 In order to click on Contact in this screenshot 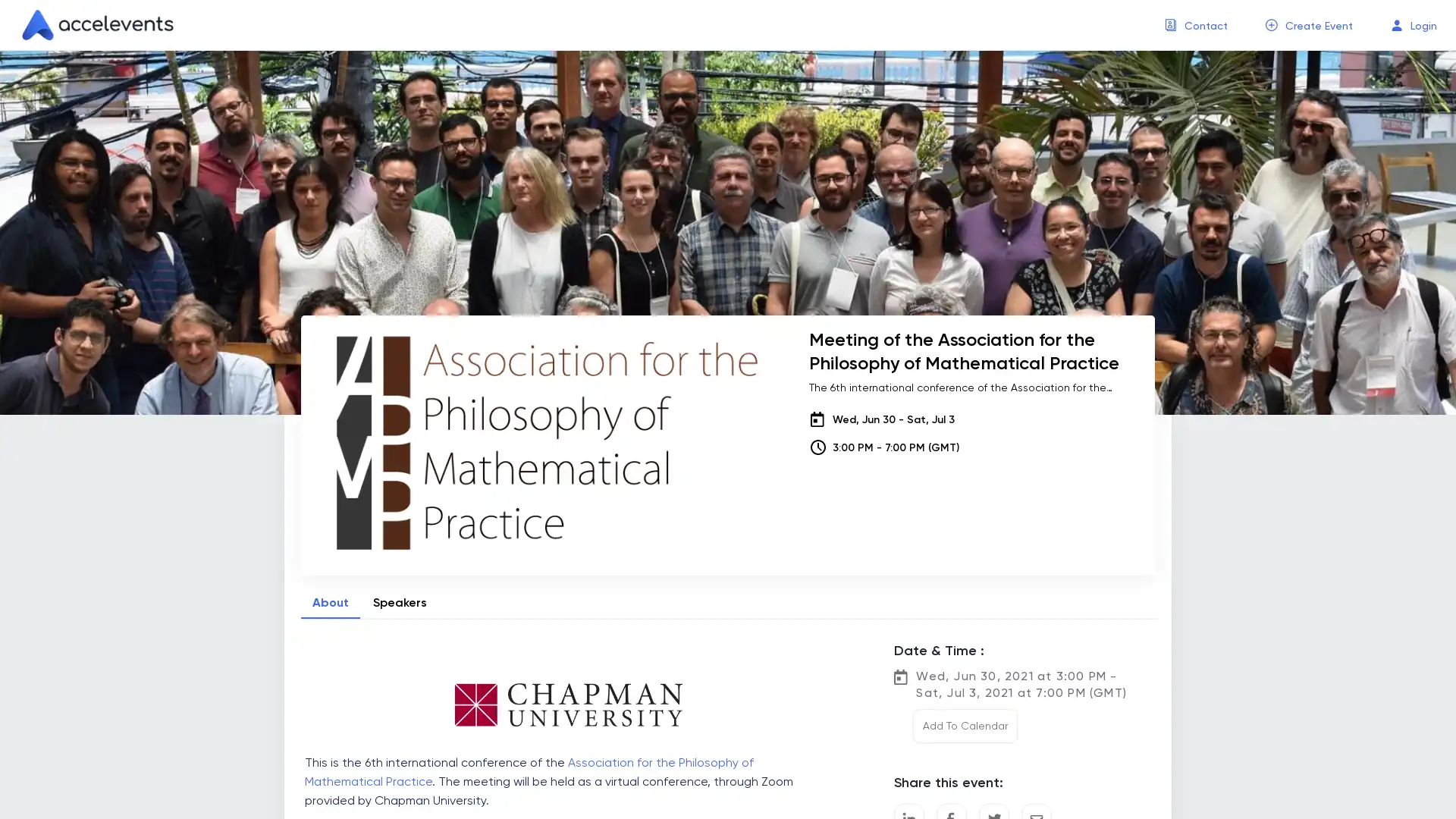, I will do `click(1205, 26)`.